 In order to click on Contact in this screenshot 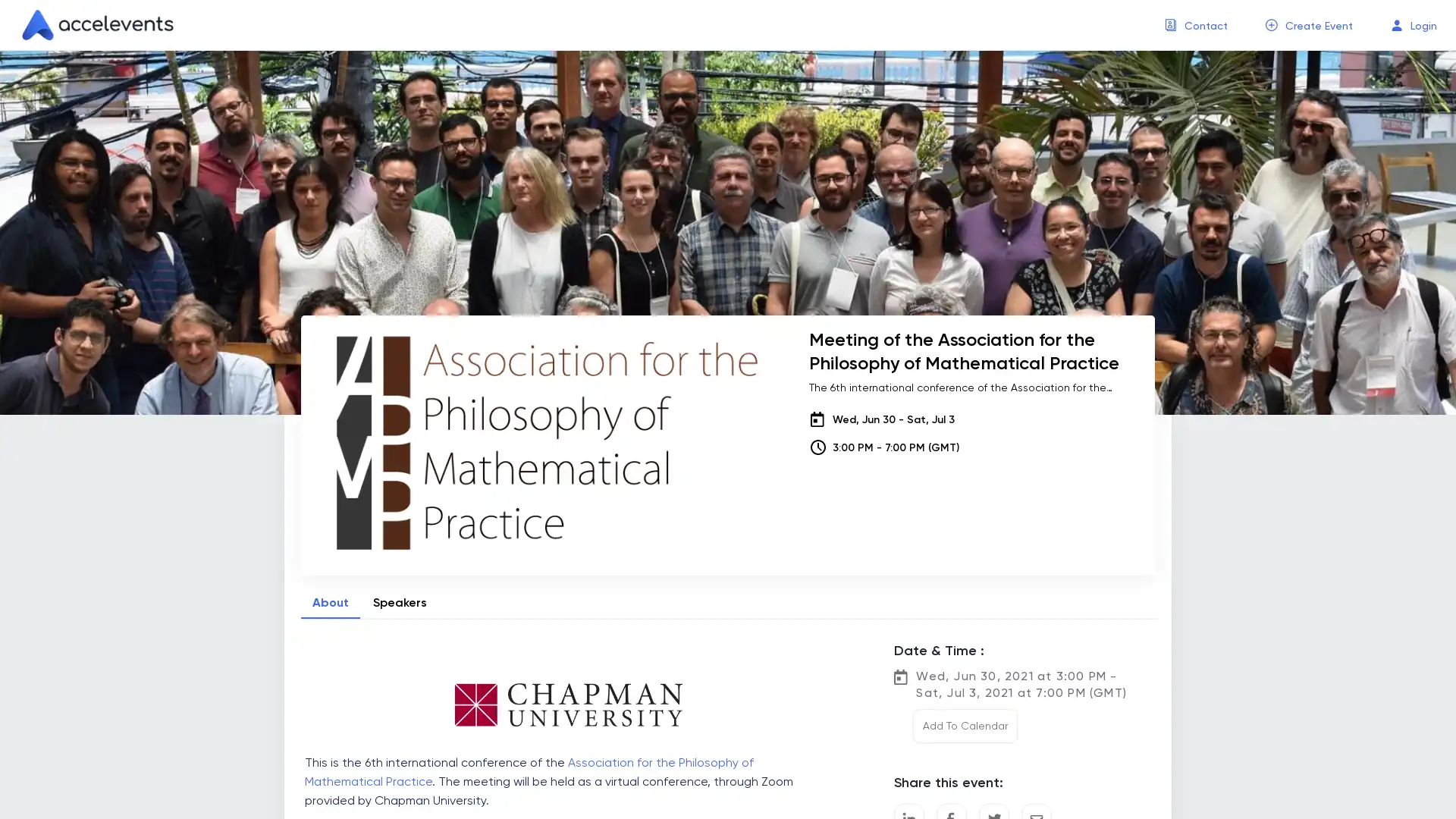, I will do `click(1205, 26)`.